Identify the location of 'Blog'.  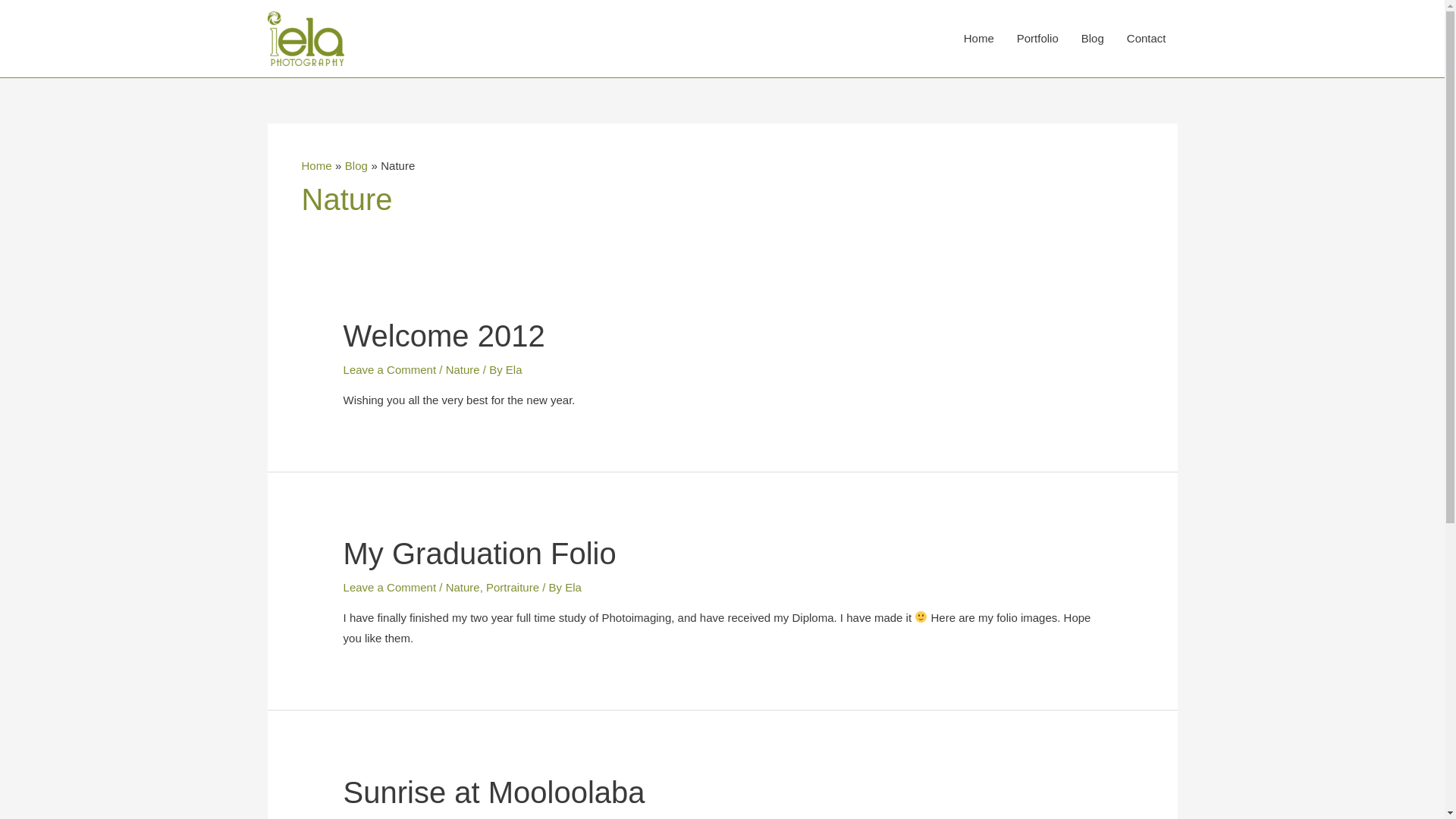
(356, 165).